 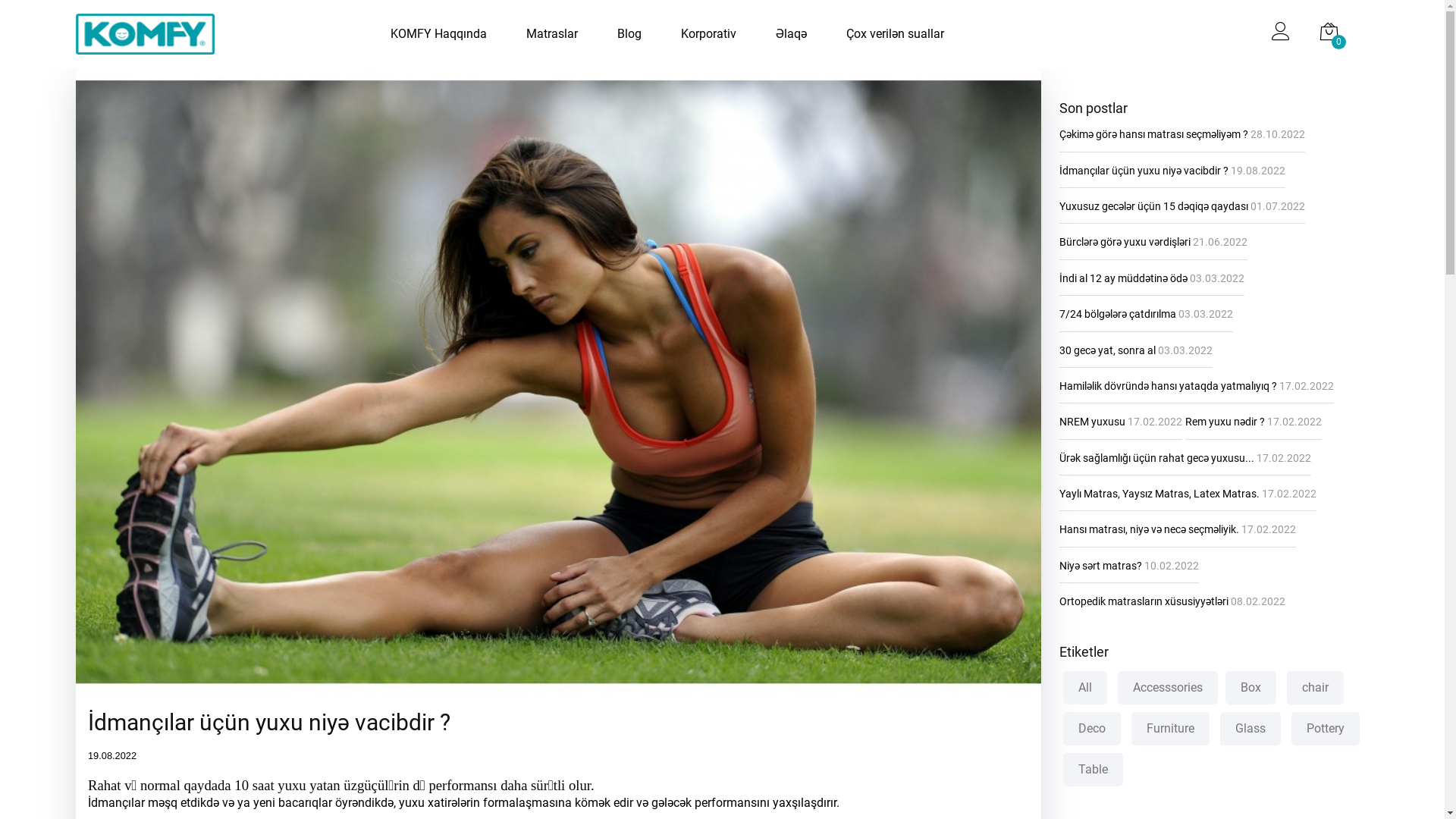 What do you see at coordinates (1062, 769) in the screenshot?
I see `'Table'` at bounding box center [1062, 769].